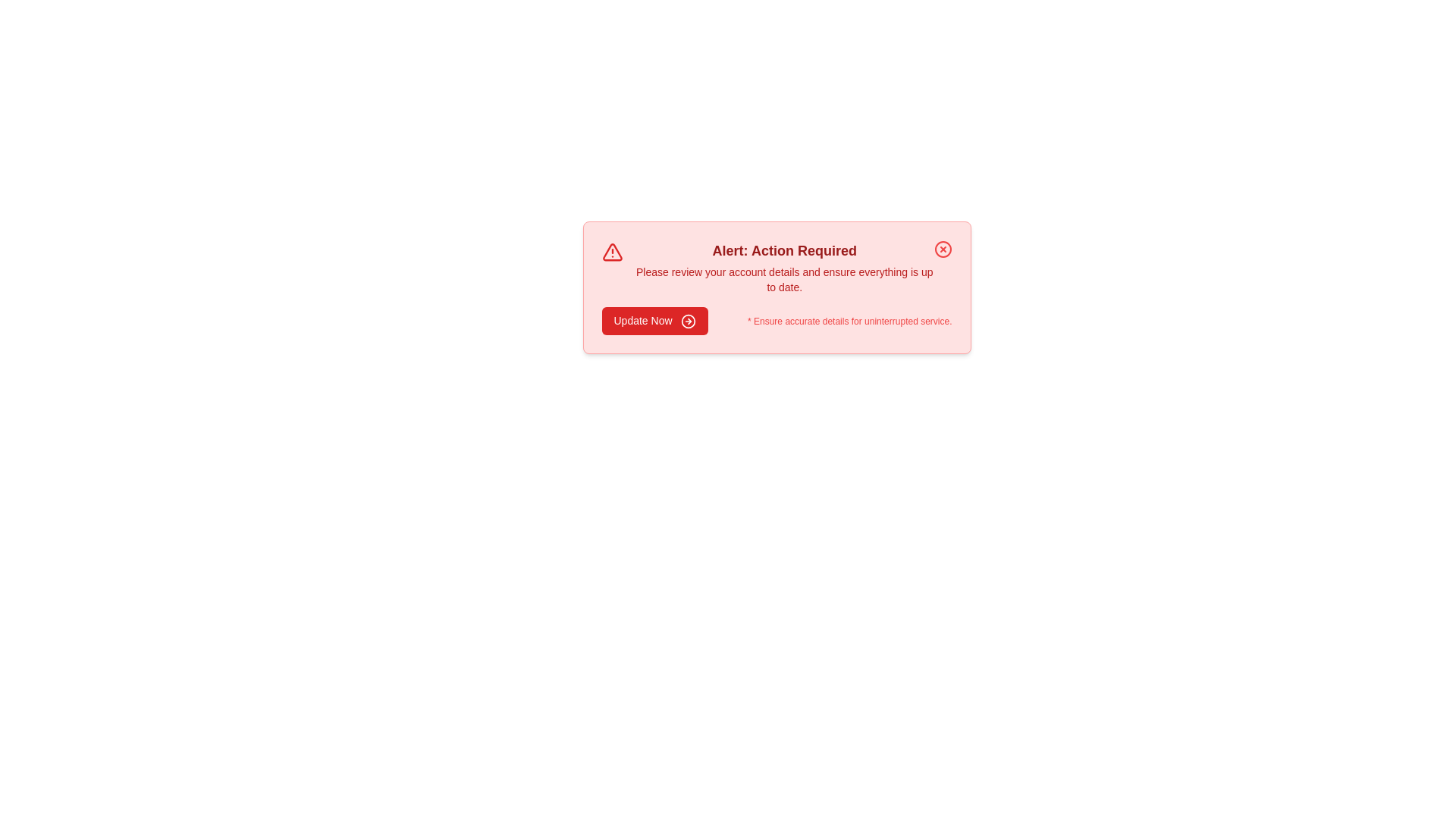 The width and height of the screenshot is (1456, 819). What do you see at coordinates (612, 251) in the screenshot?
I see `the alert icon to trigger a tooltip or visual response` at bounding box center [612, 251].